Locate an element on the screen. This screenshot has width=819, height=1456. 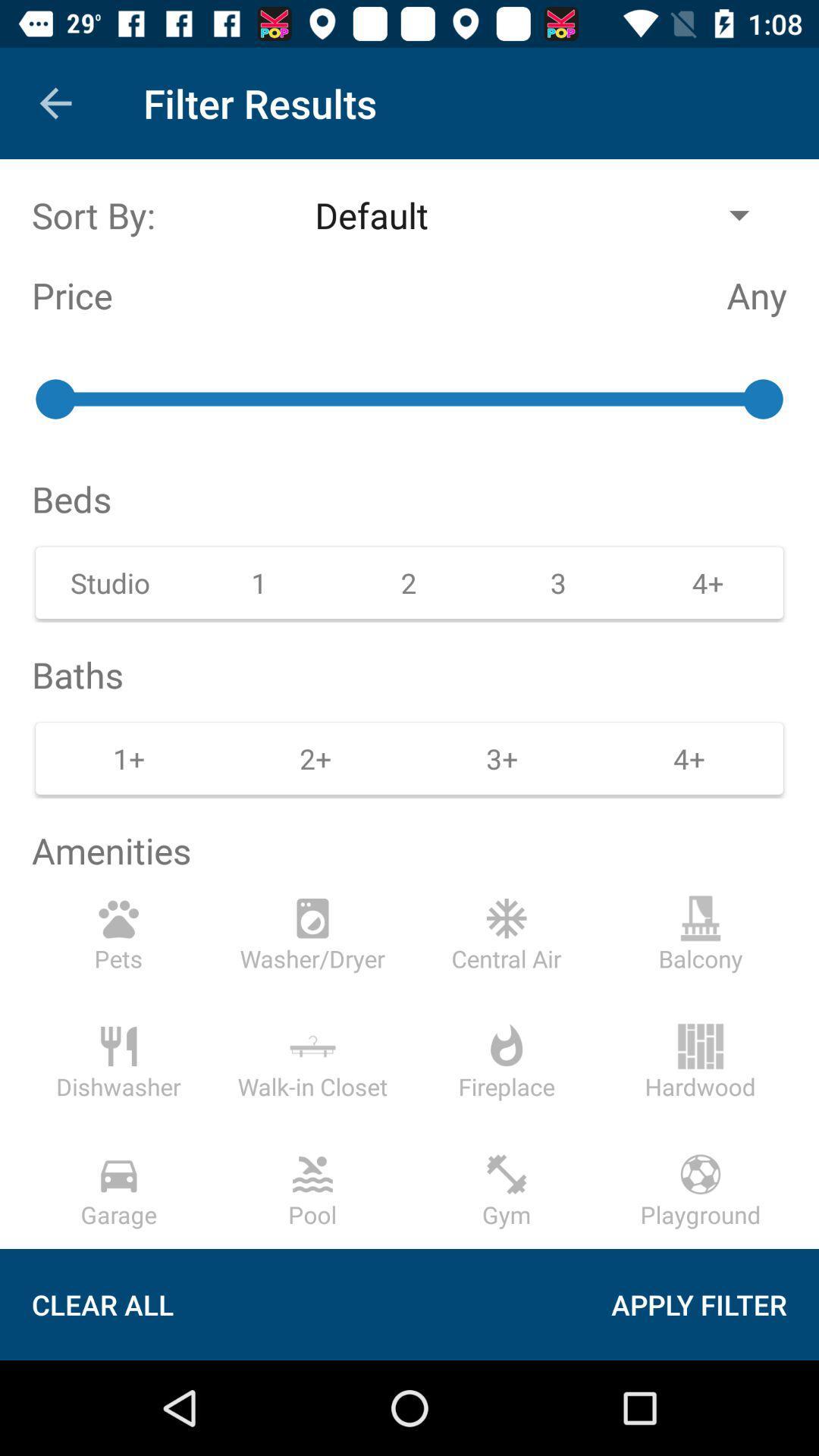
the number which is next to 3 is located at coordinates (708, 582).